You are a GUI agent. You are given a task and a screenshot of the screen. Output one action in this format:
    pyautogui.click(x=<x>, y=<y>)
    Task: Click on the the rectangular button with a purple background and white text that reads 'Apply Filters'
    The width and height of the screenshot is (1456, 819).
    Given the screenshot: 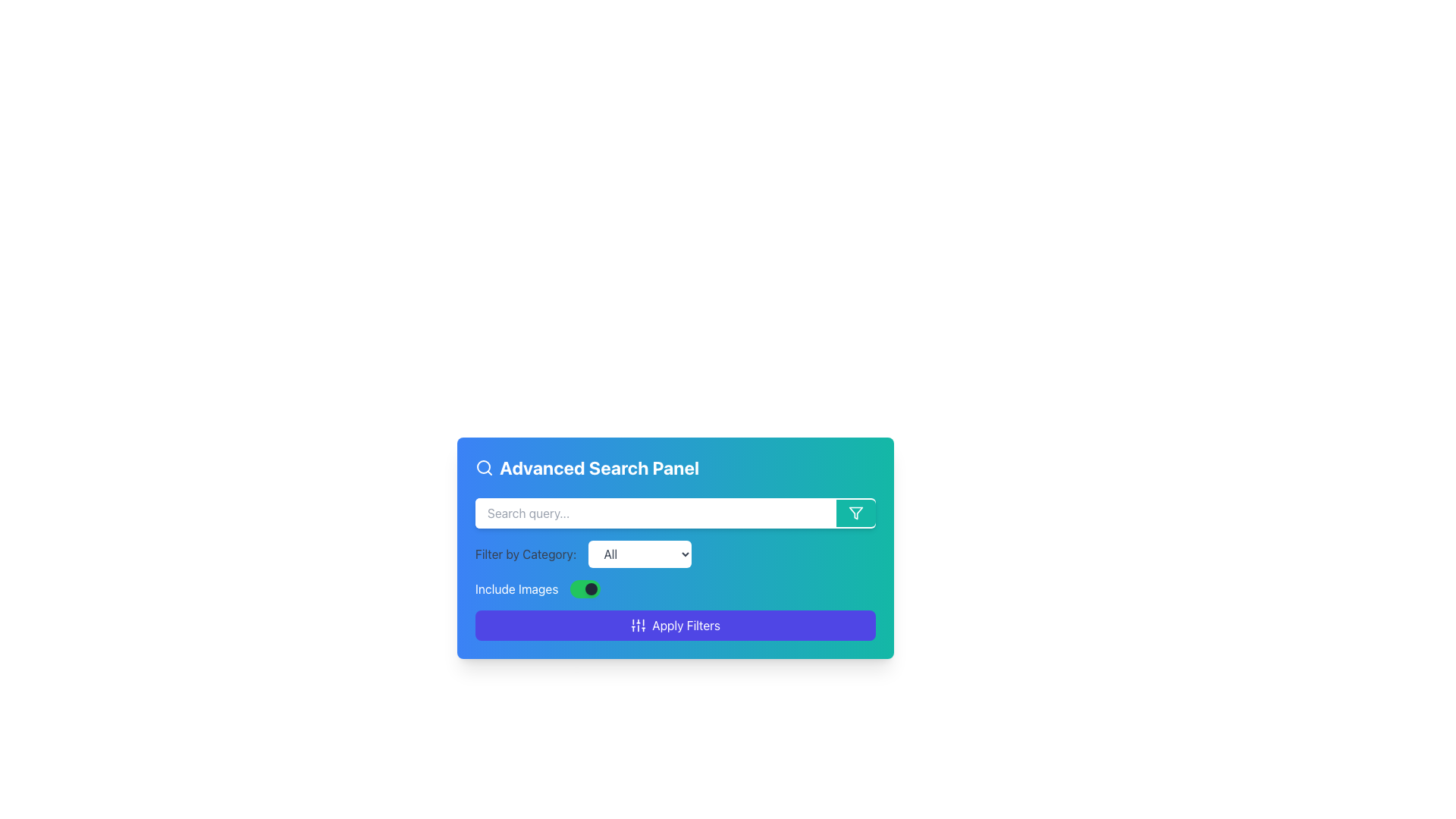 What is the action you would take?
    pyautogui.click(x=675, y=626)
    